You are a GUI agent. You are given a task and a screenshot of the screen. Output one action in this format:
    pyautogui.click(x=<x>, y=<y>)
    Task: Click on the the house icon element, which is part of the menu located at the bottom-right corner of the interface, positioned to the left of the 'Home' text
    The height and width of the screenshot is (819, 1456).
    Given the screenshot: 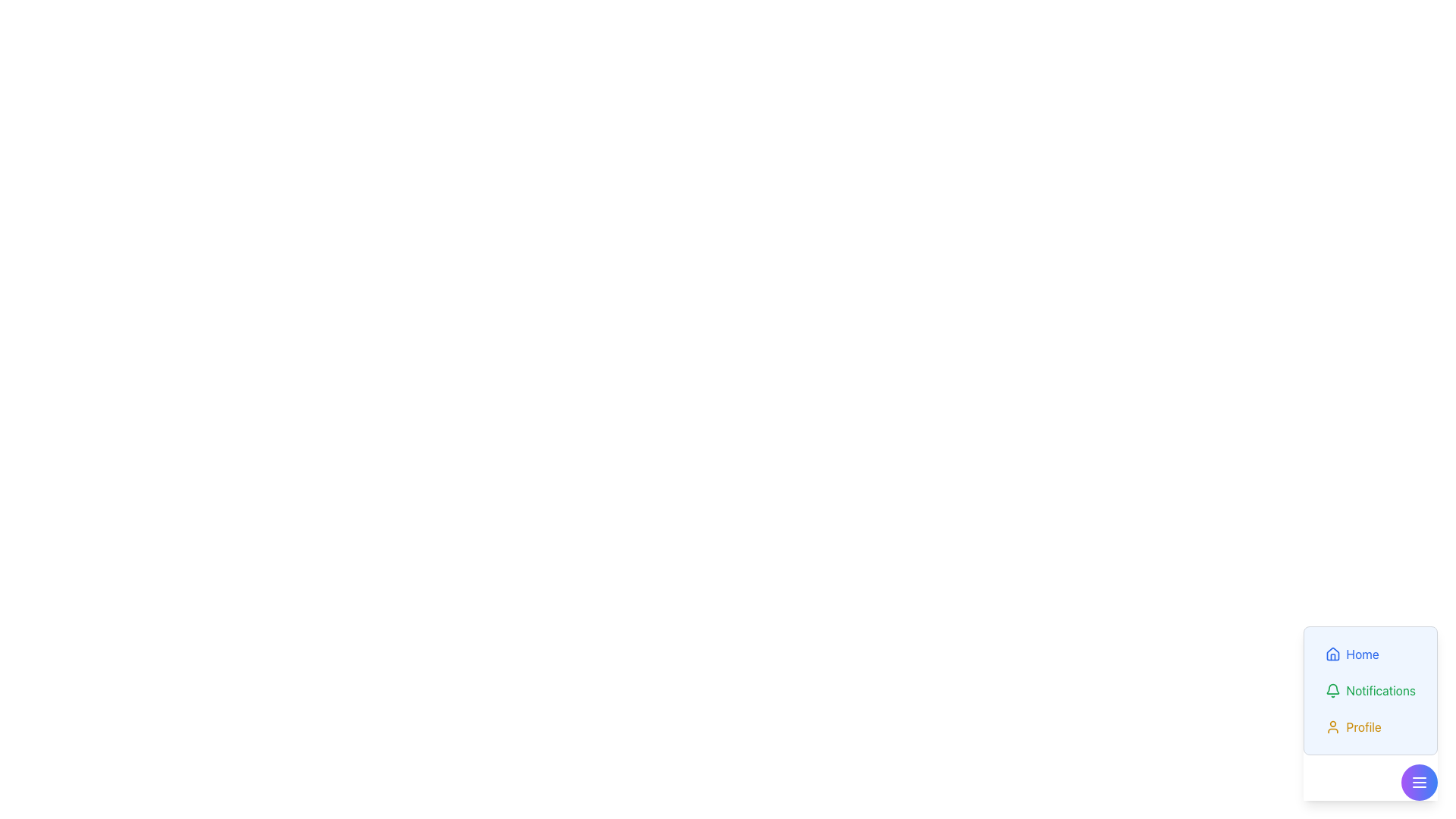 What is the action you would take?
    pyautogui.click(x=1332, y=653)
    